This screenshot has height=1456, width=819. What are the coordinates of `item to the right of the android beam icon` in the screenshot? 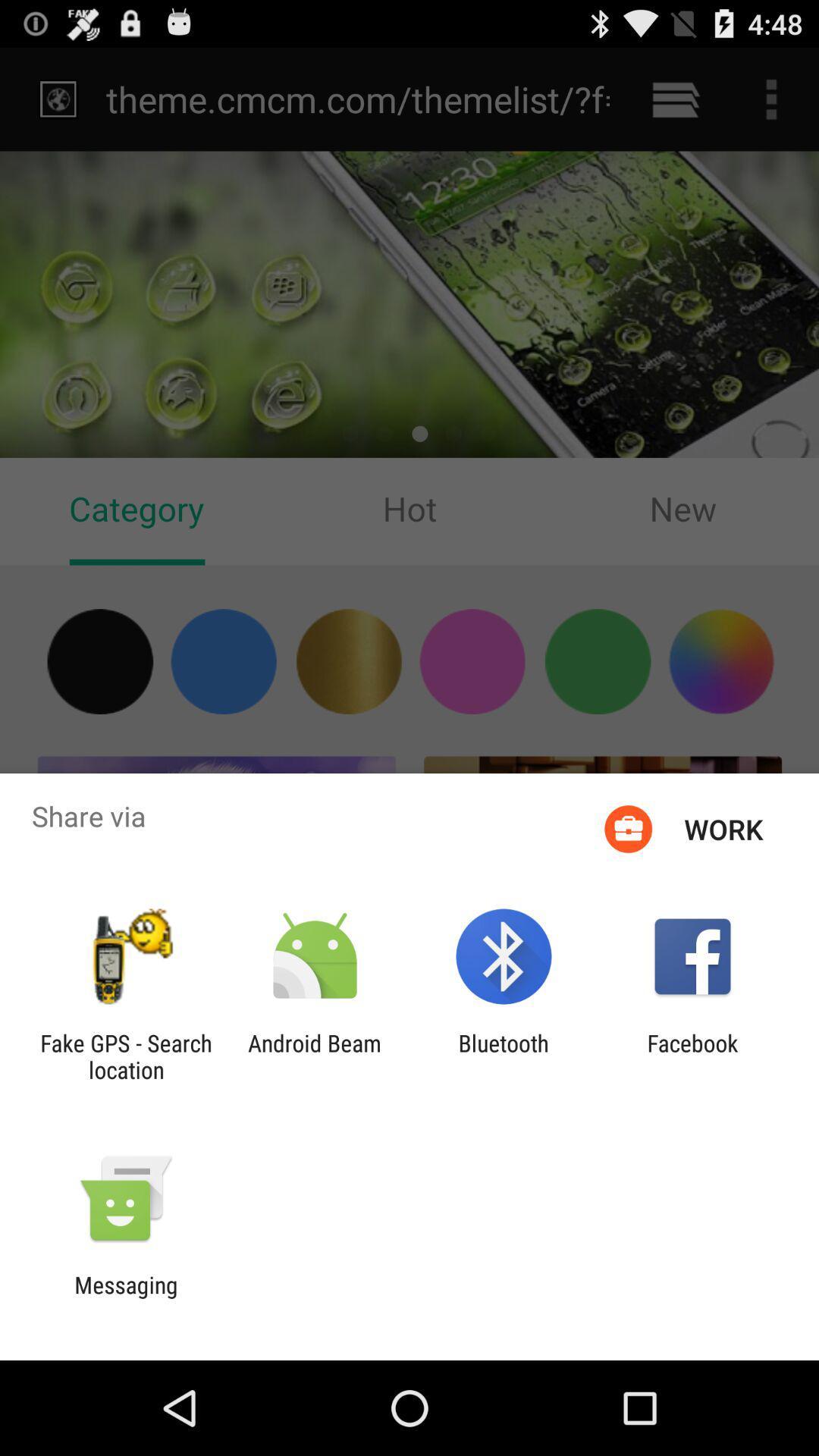 It's located at (504, 1056).